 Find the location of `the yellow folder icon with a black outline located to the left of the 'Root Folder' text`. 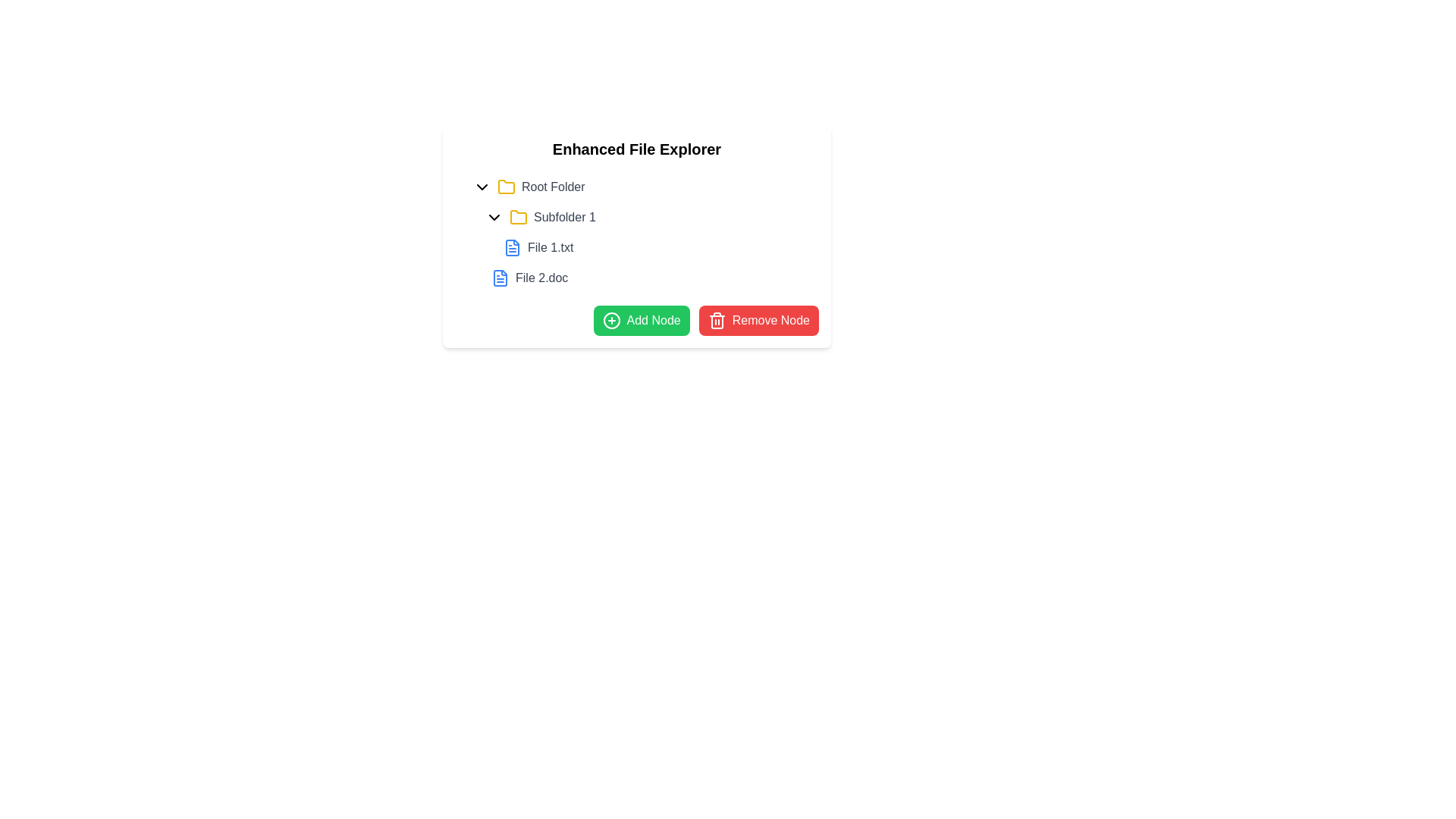

the yellow folder icon with a black outline located to the left of the 'Root Folder' text is located at coordinates (506, 186).